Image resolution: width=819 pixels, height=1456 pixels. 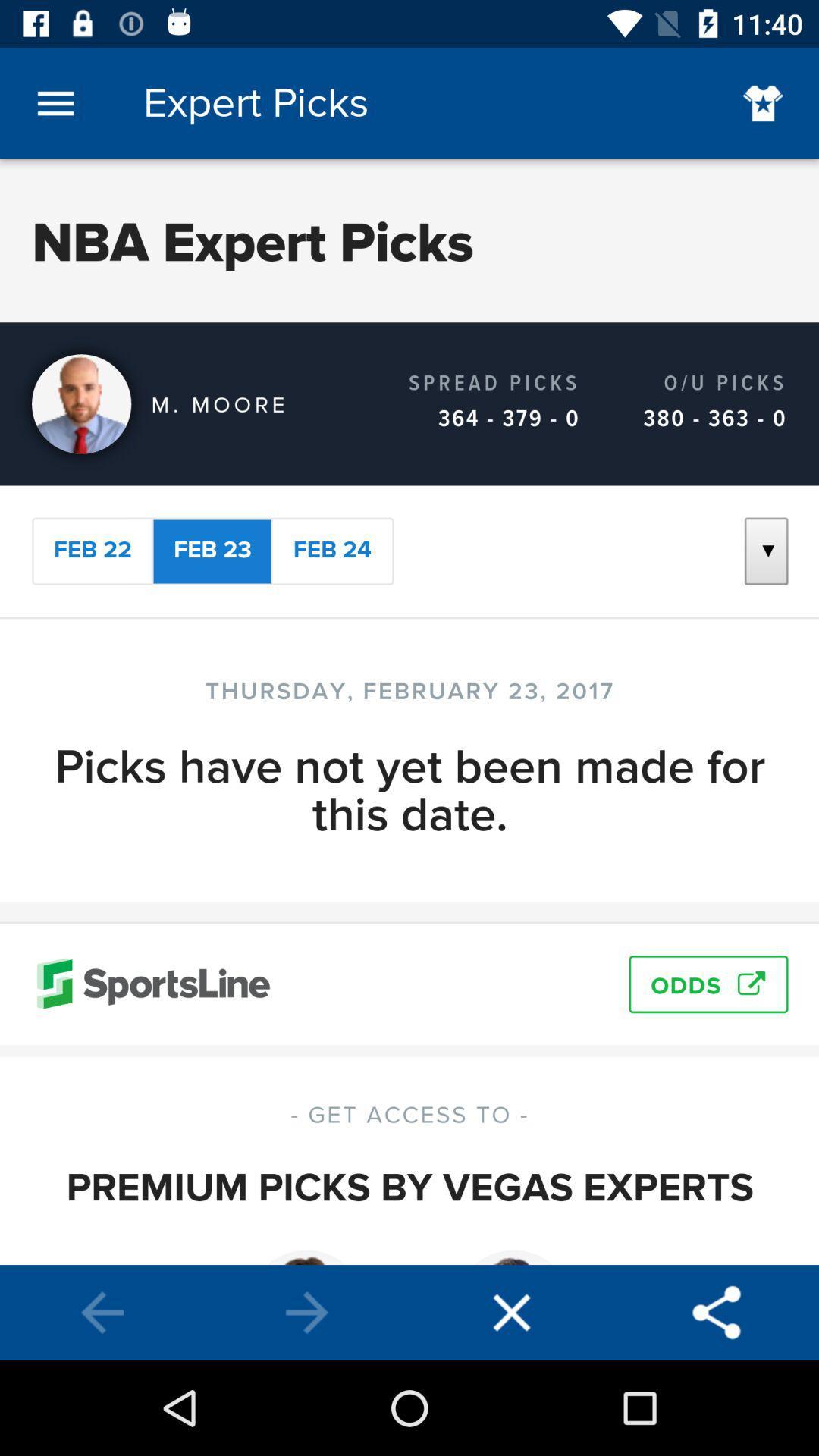 I want to click on the arrow_backward icon, so click(x=102, y=1312).